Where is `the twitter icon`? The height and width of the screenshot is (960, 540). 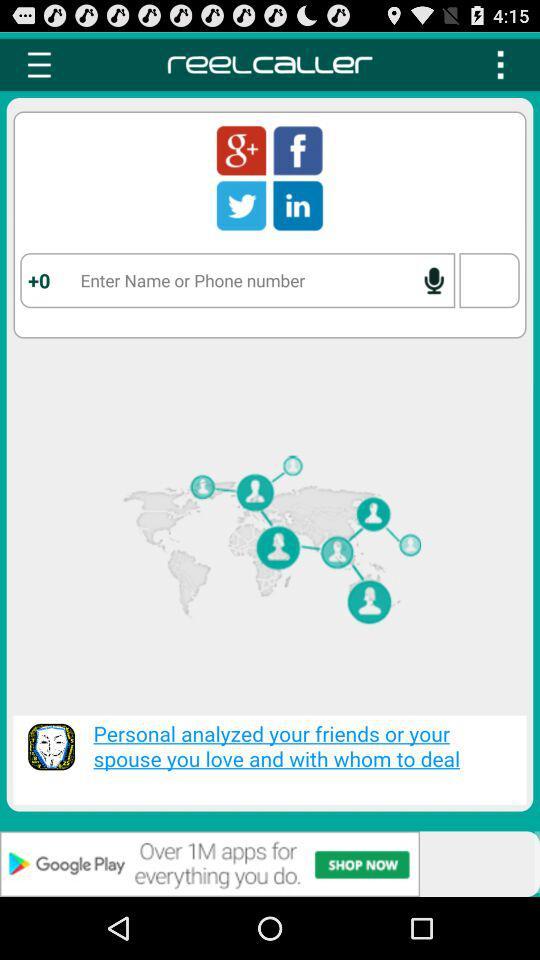 the twitter icon is located at coordinates (241, 219).